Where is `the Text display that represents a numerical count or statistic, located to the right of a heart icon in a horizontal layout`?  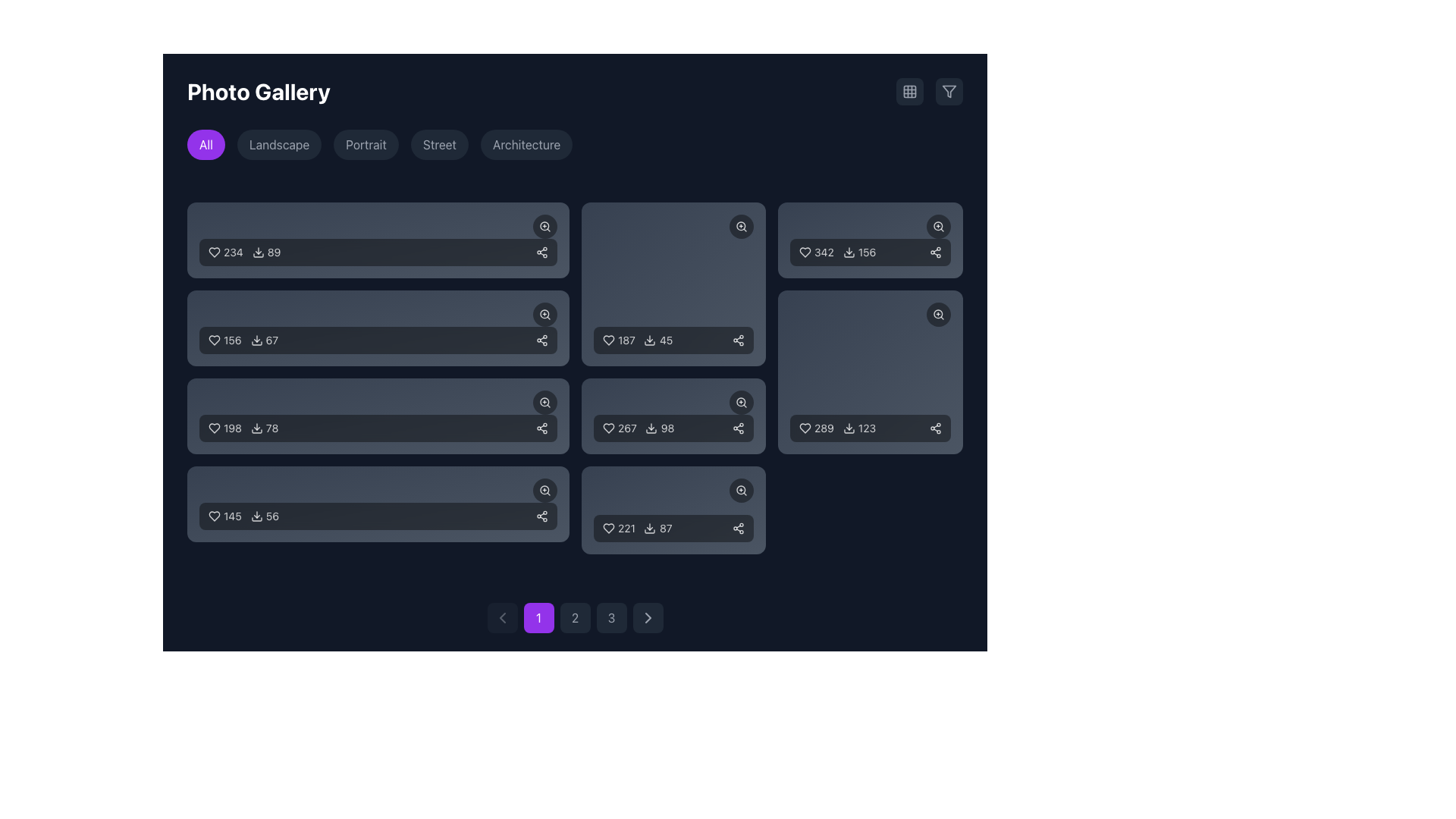
the Text display that represents a numerical count or statistic, located to the right of a heart icon in a horizontal layout is located at coordinates (626, 339).